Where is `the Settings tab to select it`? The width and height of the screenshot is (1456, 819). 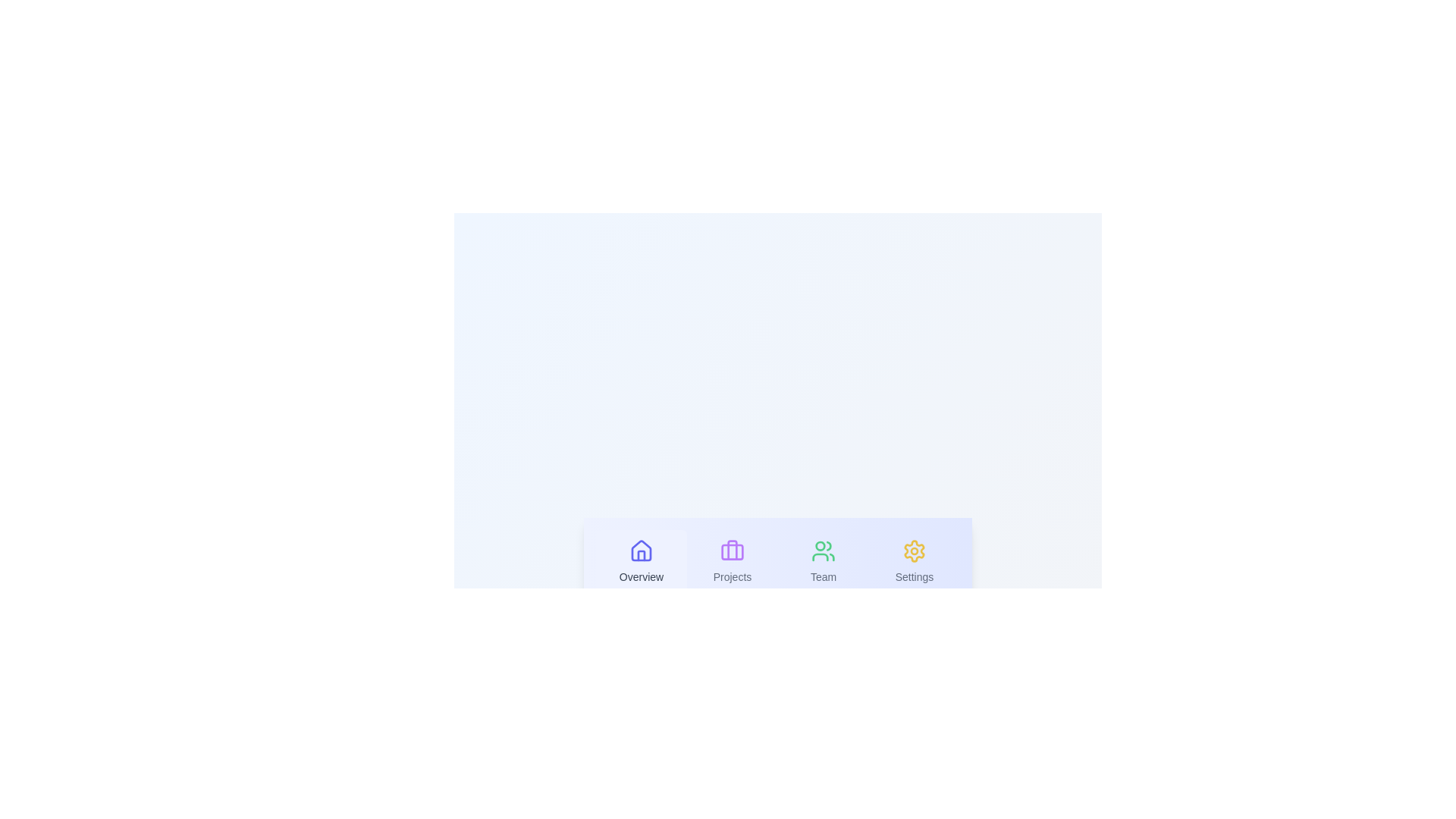 the Settings tab to select it is located at coordinates (913, 563).